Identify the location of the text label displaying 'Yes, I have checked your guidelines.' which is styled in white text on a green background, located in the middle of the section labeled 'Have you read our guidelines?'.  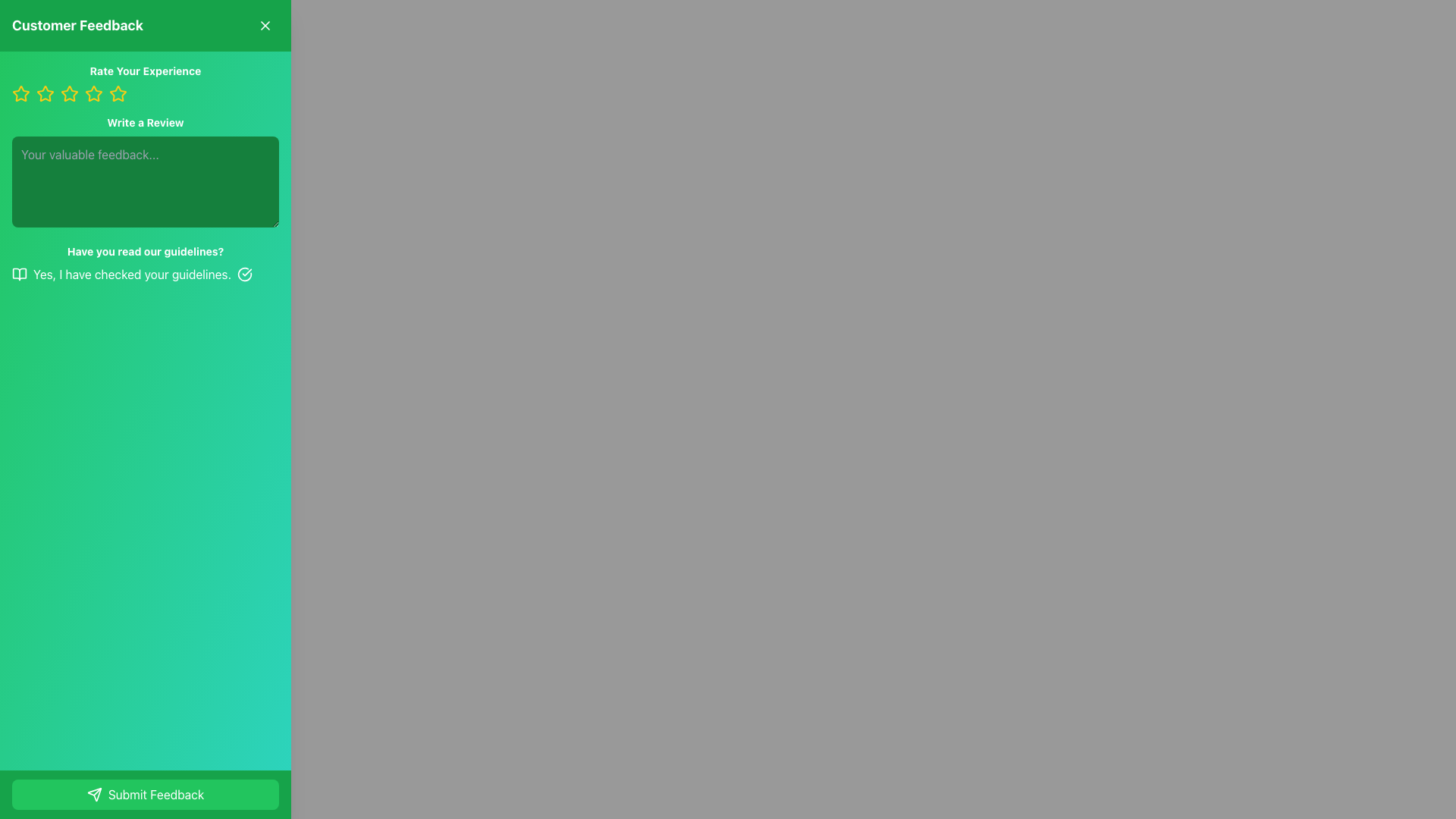
(132, 275).